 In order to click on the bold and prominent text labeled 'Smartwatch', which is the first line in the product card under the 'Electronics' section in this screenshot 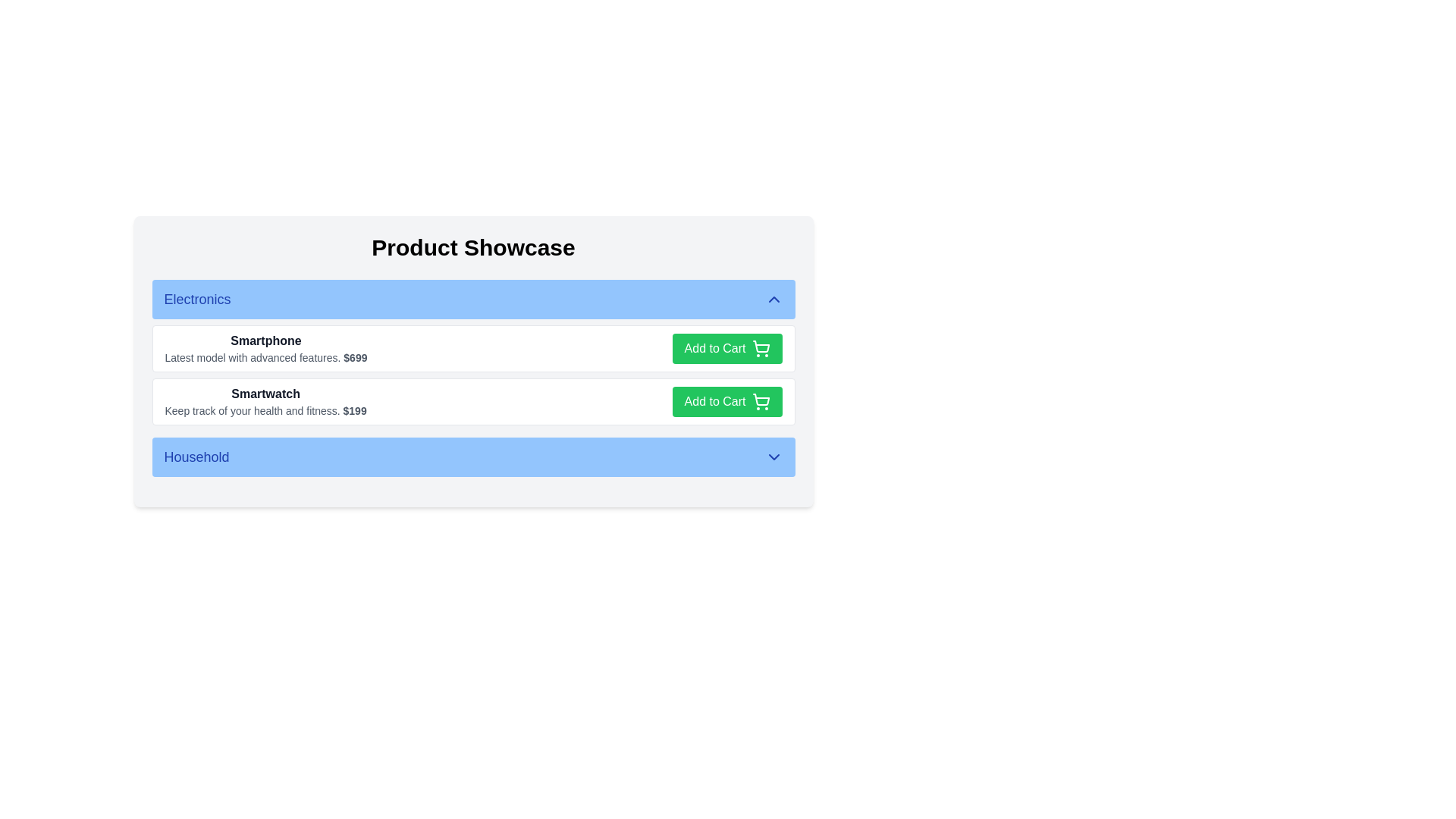, I will do `click(265, 394)`.